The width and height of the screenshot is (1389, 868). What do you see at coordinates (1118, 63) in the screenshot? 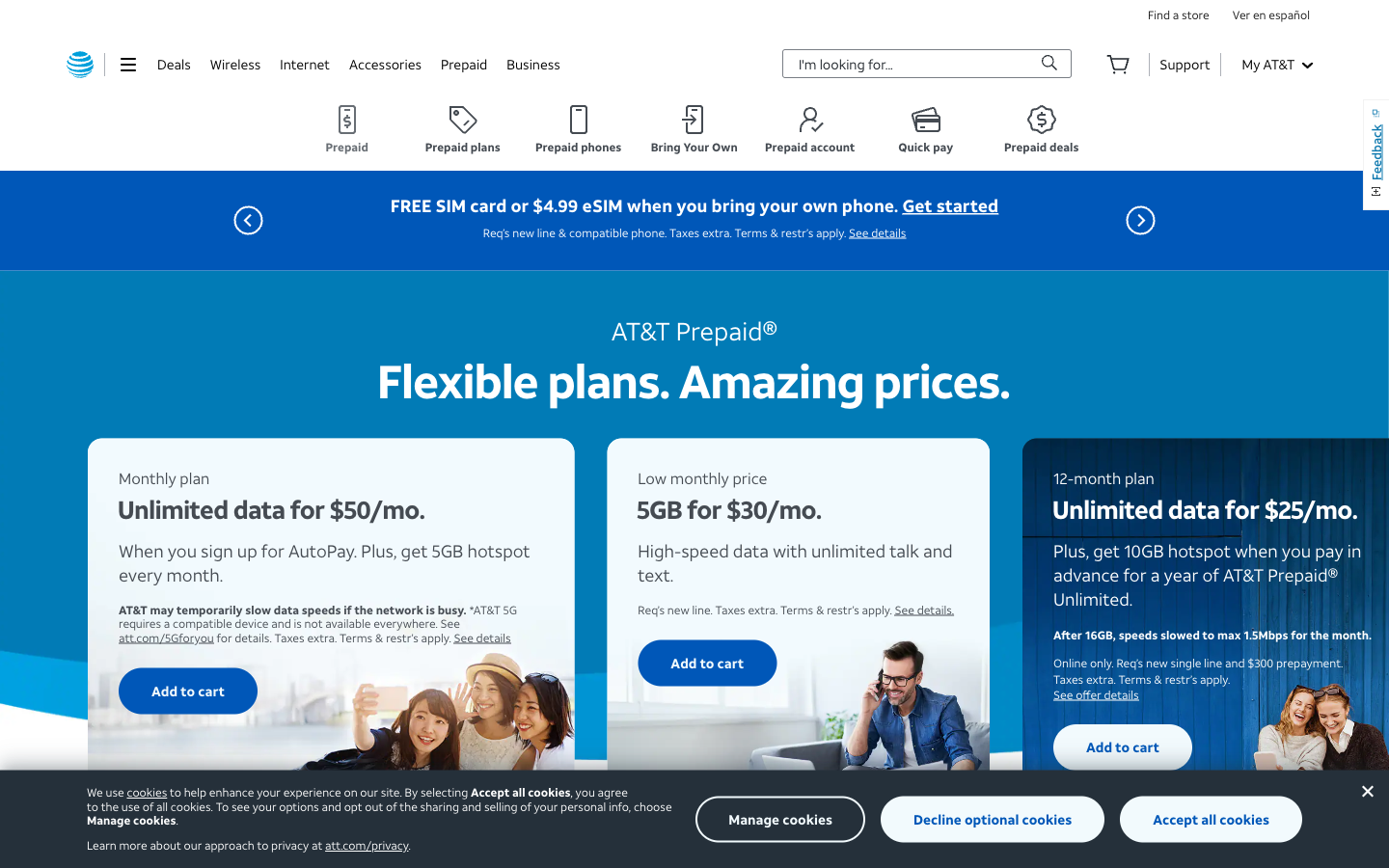
I see `the shopping cart` at bounding box center [1118, 63].